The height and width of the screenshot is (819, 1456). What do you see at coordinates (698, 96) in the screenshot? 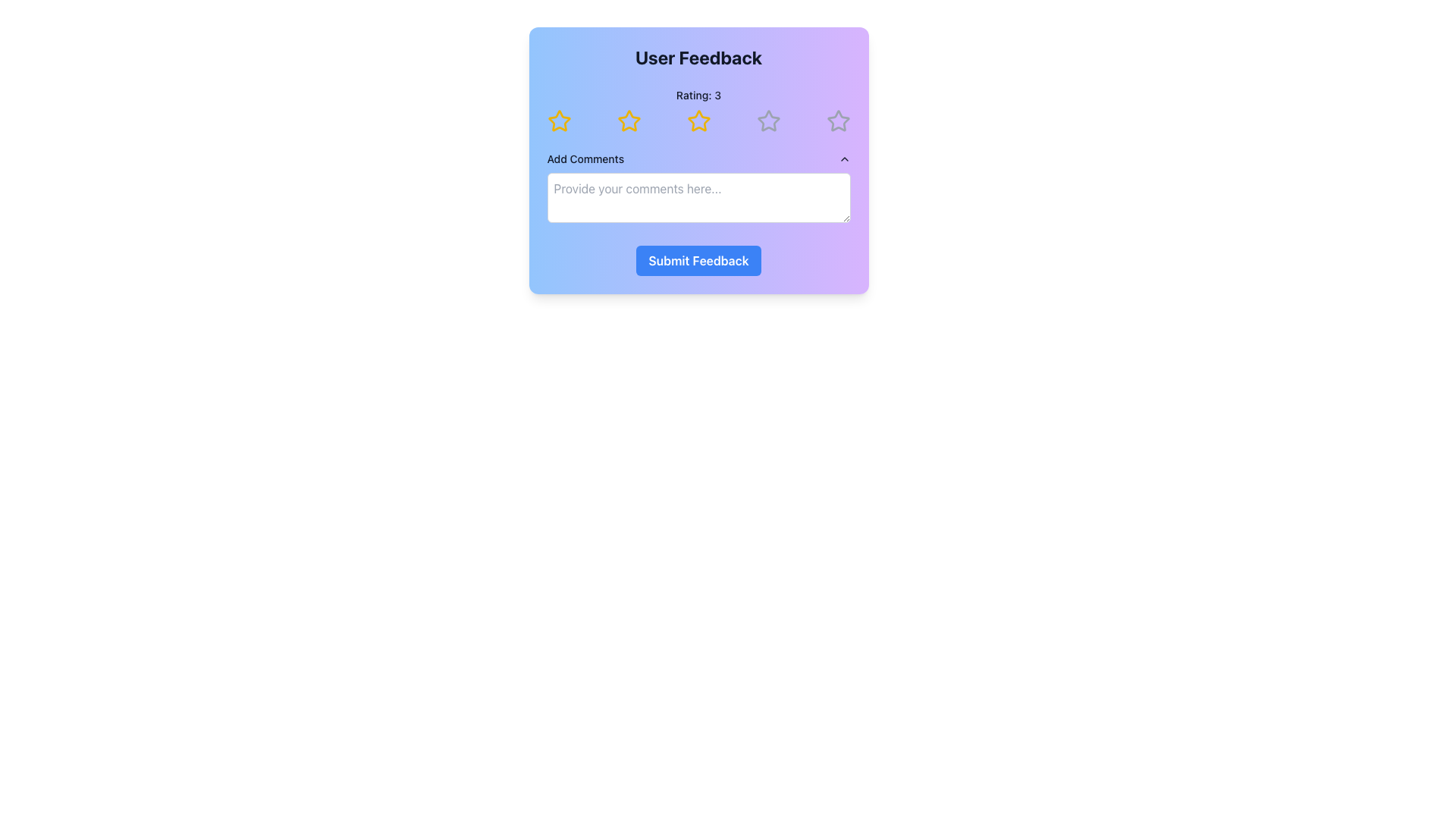
I see `the 'Rating: 3' label located at the top of the user feedback card interface, which is styled in bold black font and positioned above the star-shaped rating icons` at bounding box center [698, 96].